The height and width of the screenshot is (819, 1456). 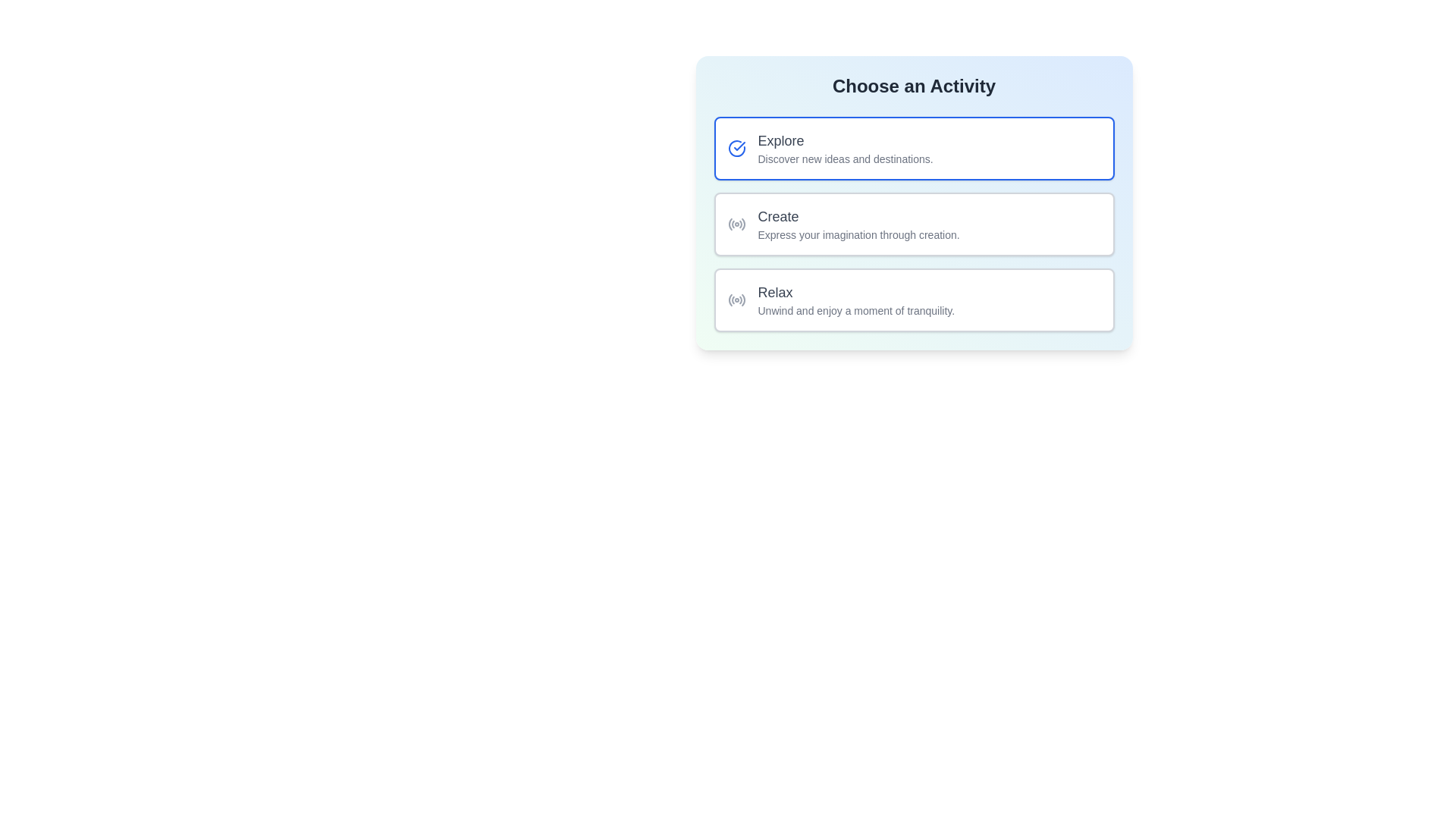 What do you see at coordinates (913, 224) in the screenshot?
I see `the 'Create' button-like card, which is the second card in a vertical stack with a white background and gray border, featuring the title 'Create' and a description below it` at bounding box center [913, 224].